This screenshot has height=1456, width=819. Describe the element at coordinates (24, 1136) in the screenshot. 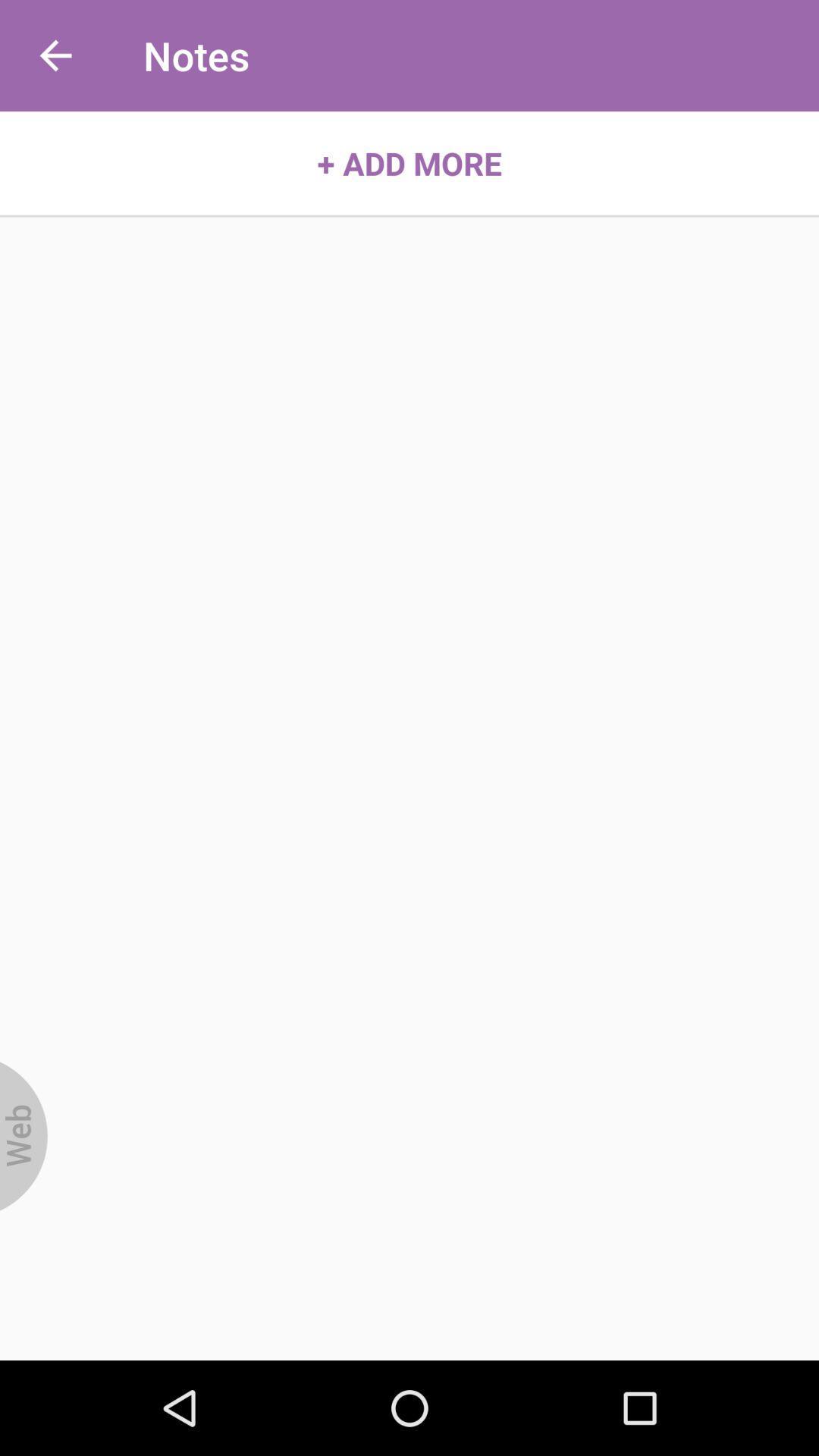

I see `visit the web` at that location.